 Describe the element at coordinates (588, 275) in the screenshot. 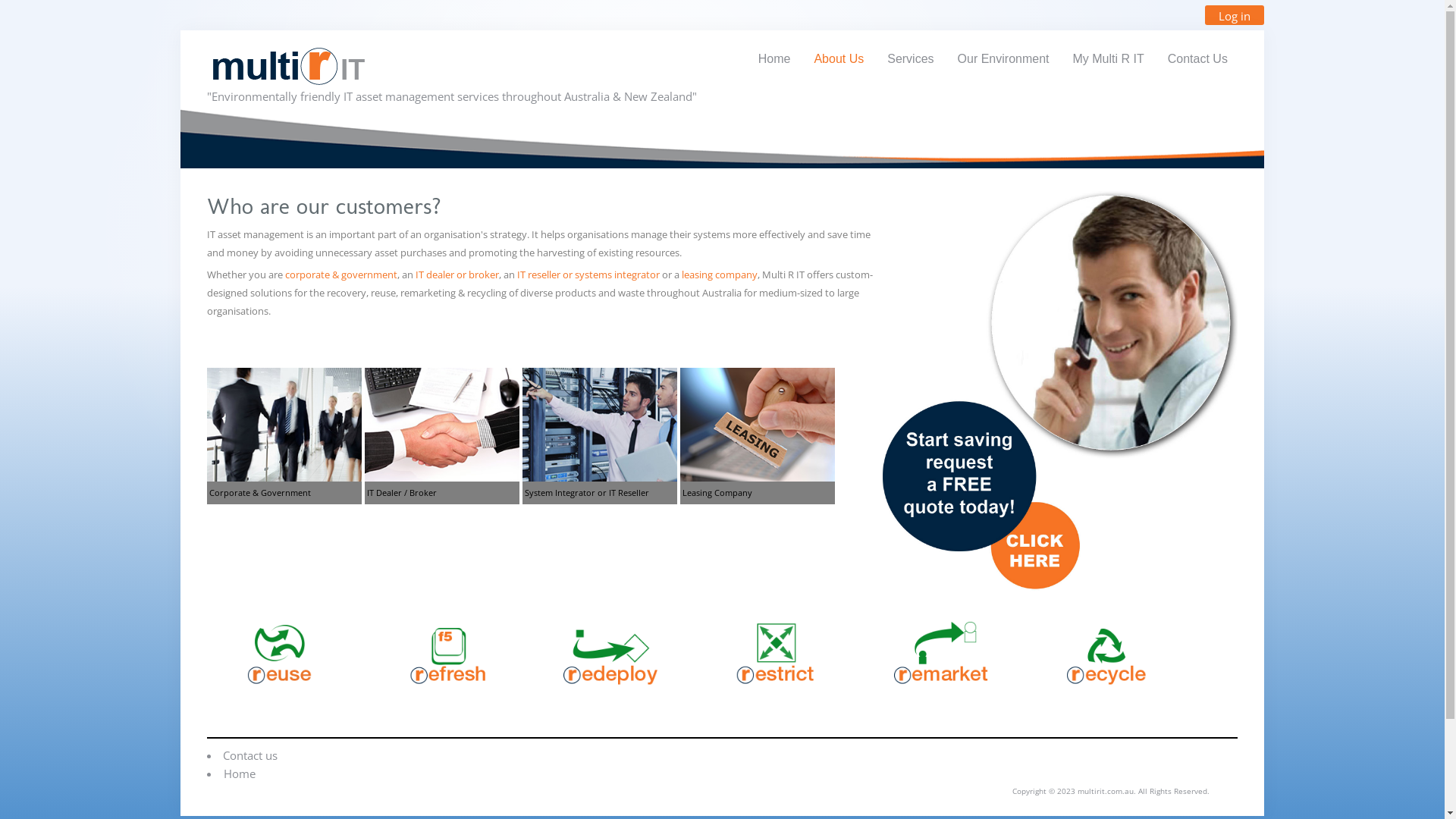

I see `'IT reseller or systems integrator'` at that location.